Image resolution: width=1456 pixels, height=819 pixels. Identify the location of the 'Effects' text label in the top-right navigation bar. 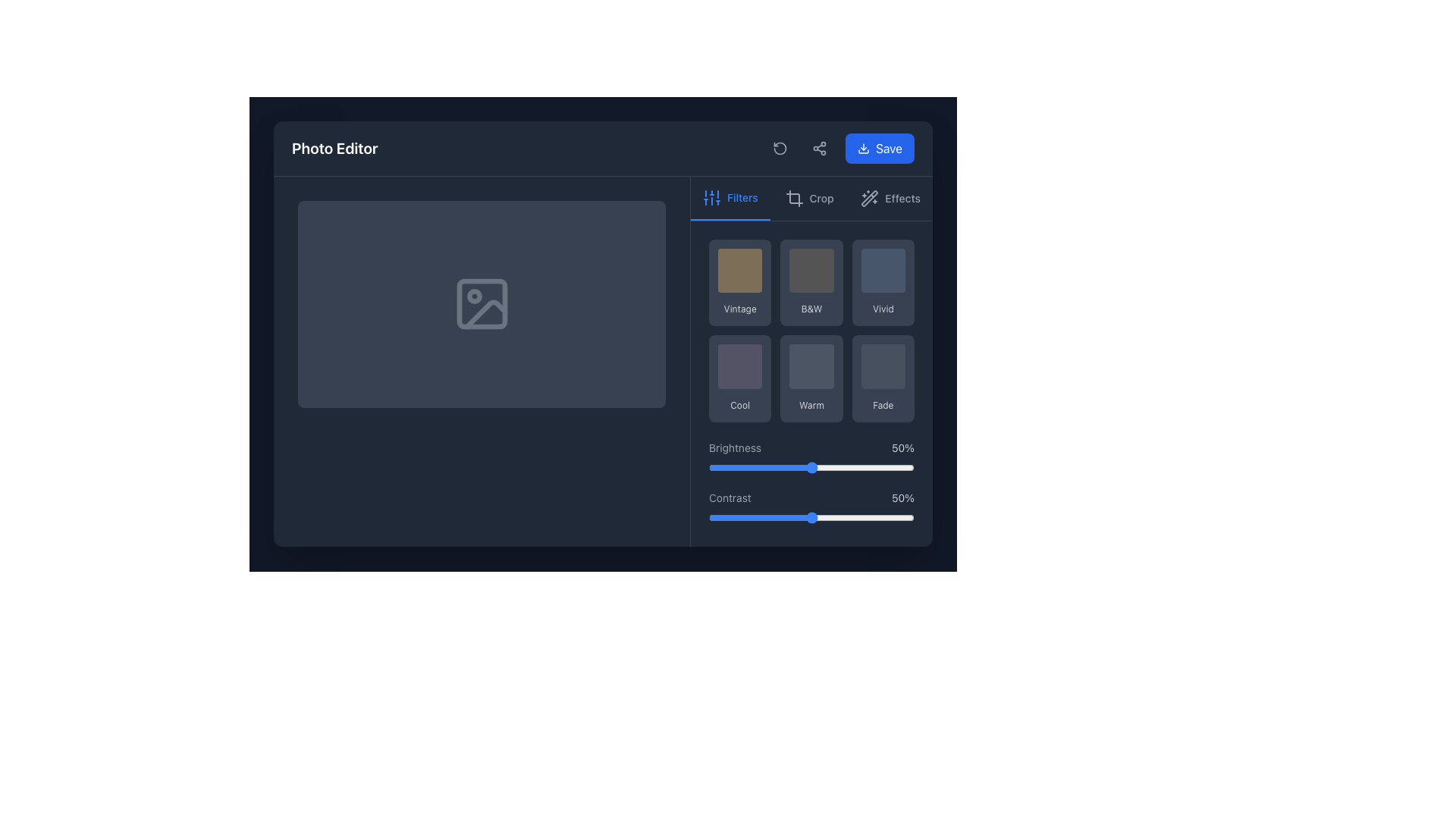
(902, 198).